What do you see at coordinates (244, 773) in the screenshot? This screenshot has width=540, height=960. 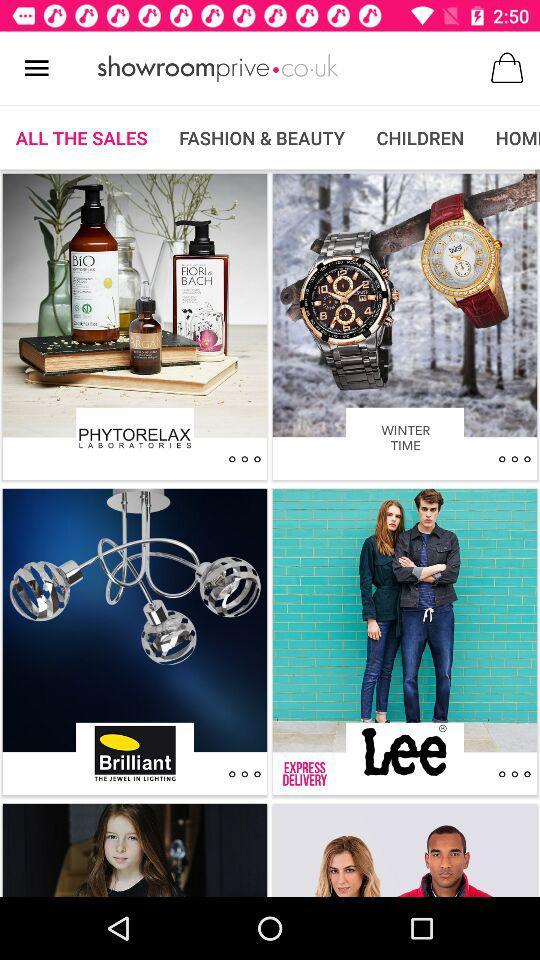 I see `more options` at bounding box center [244, 773].